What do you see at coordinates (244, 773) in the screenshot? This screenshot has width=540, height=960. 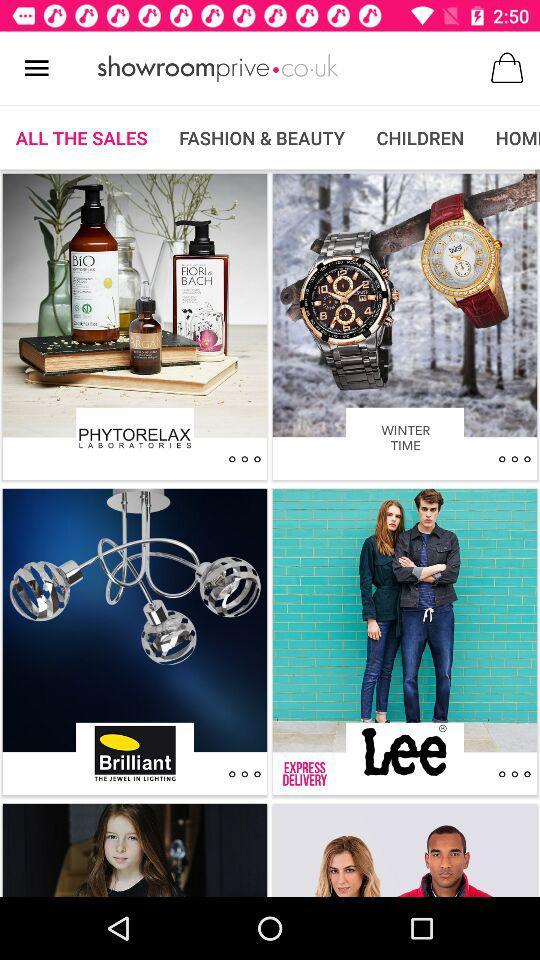 I see `more options` at bounding box center [244, 773].